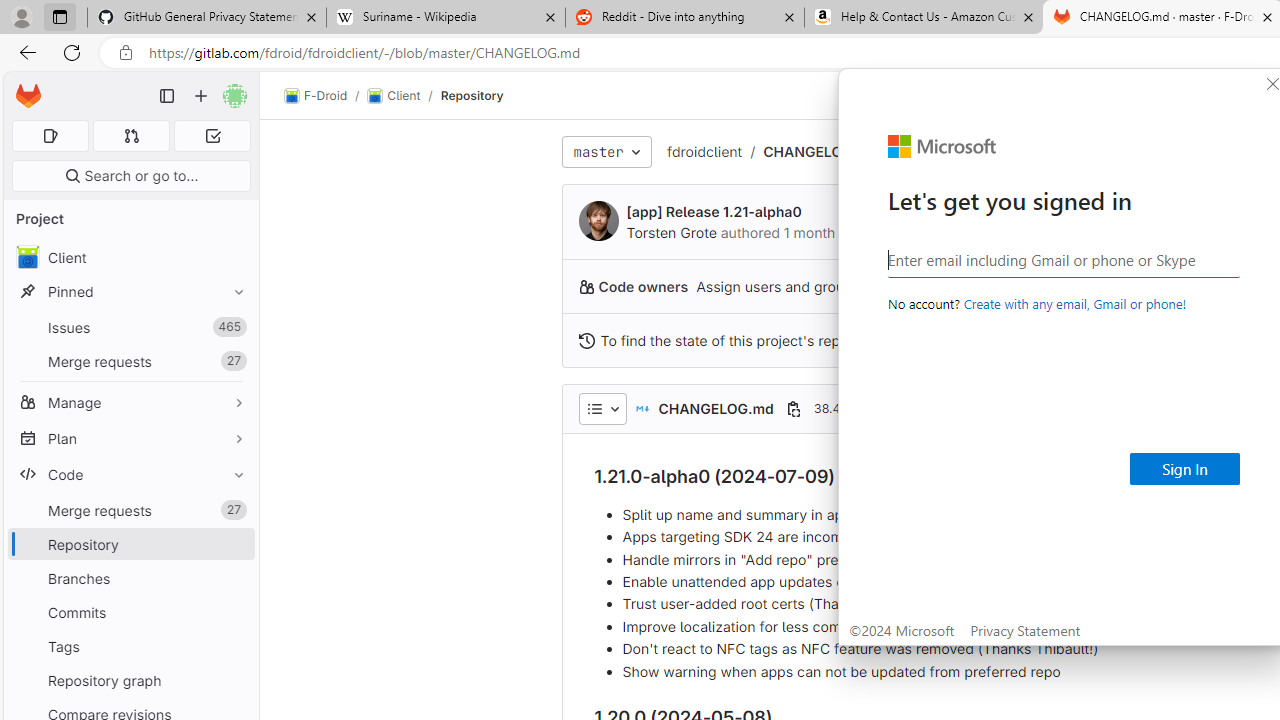  Describe the element at coordinates (130, 578) in the screenshot. I see `'Branches'` at that location.